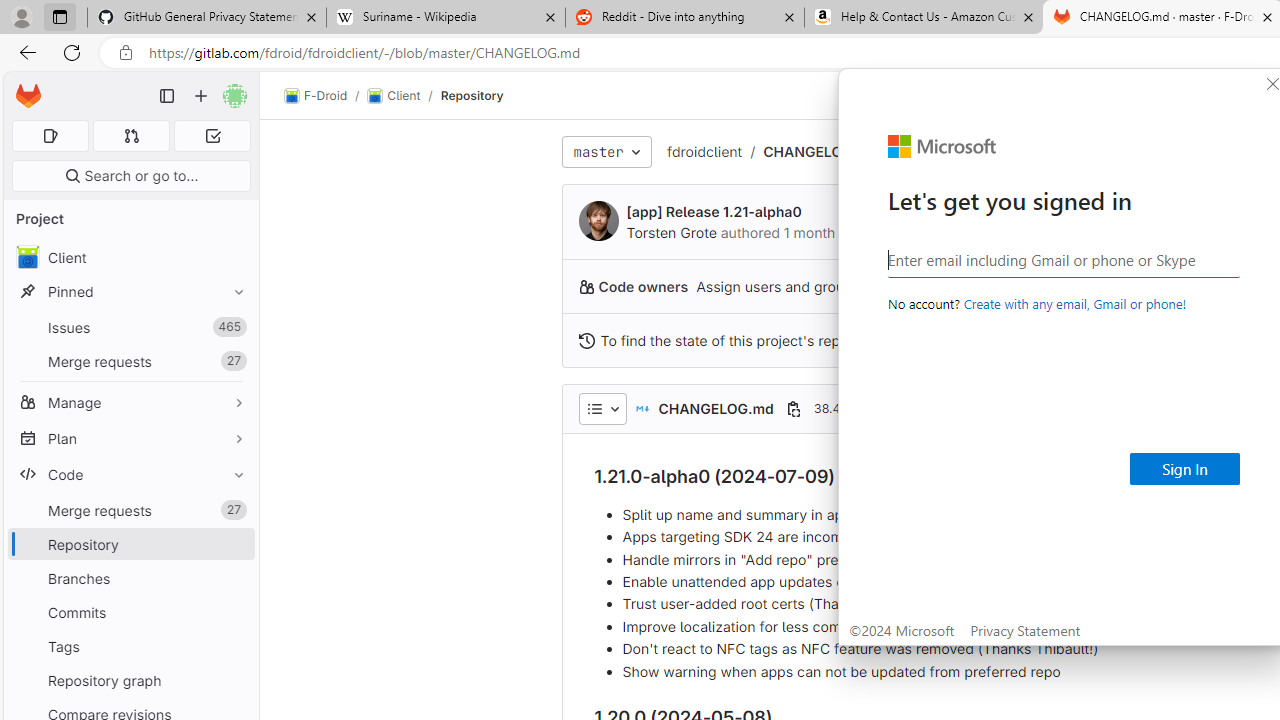  Describe the element at coordinates (130, 578) in the screenshot. I see `'Branches'` at that location.